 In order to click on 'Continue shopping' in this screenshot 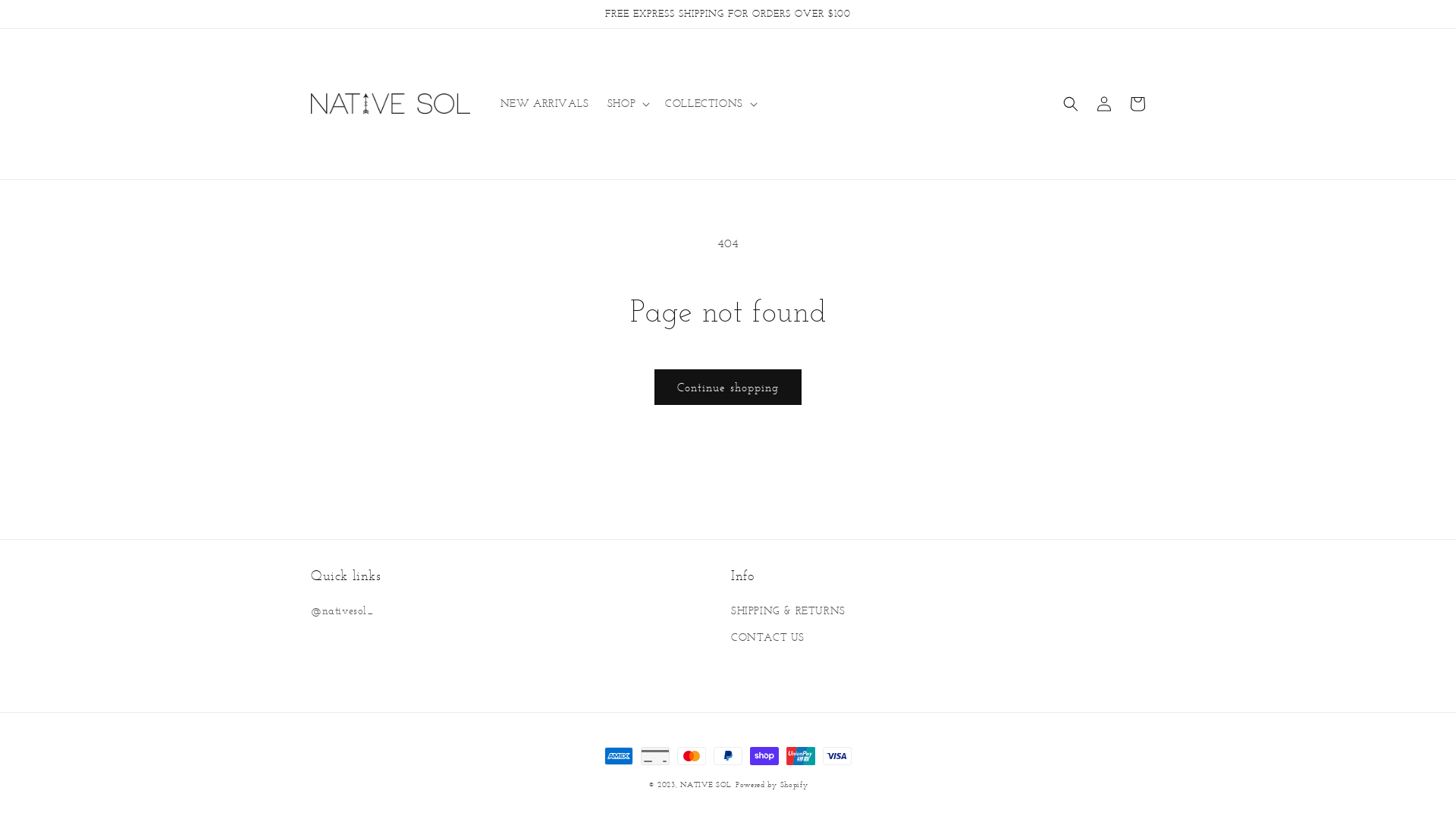, I will do `click(728, 386)`.